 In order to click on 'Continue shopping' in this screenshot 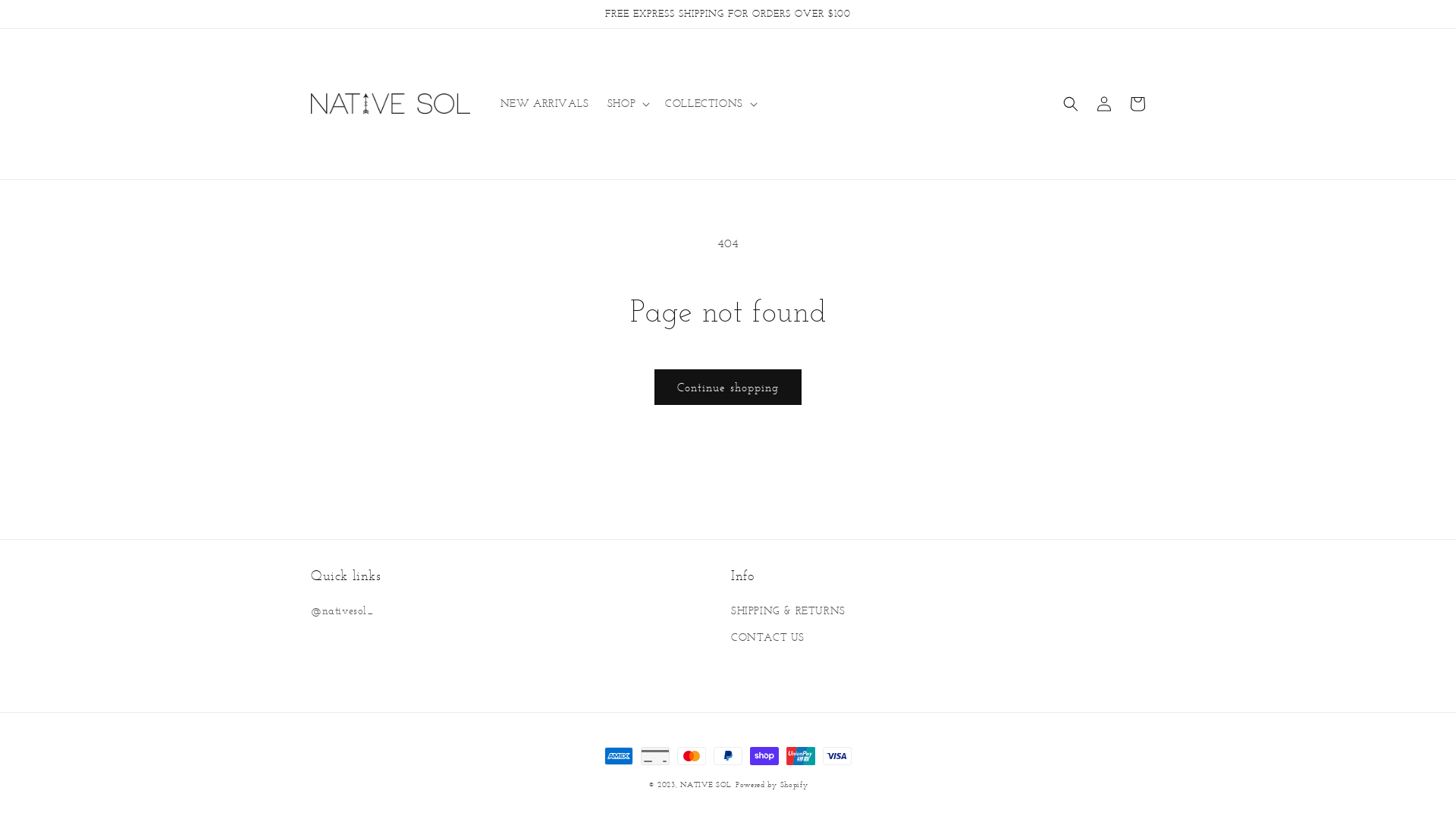, I will do `click(728, 386)`.